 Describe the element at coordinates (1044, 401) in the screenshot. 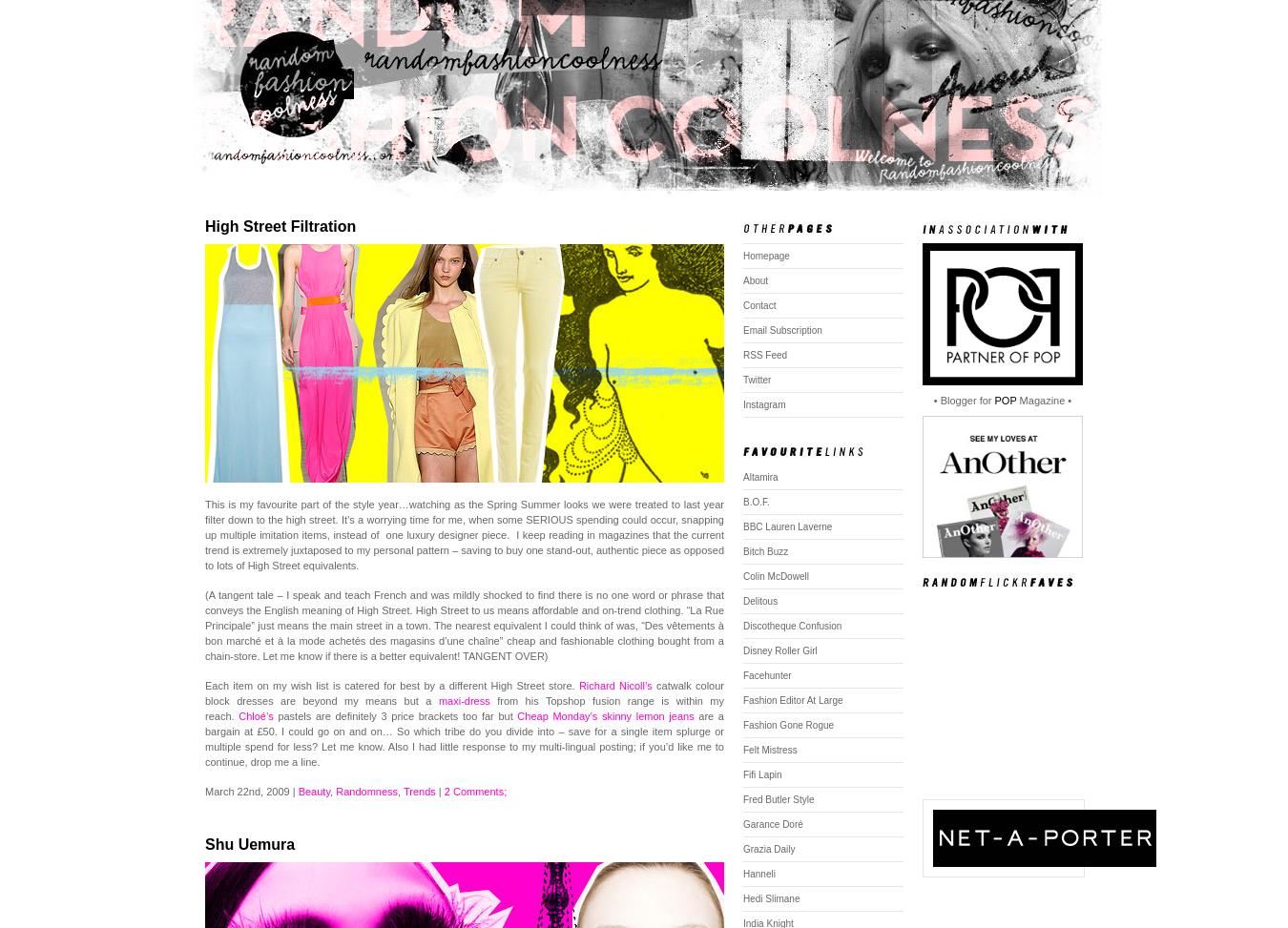

I see `'Magazine •'` at that location.